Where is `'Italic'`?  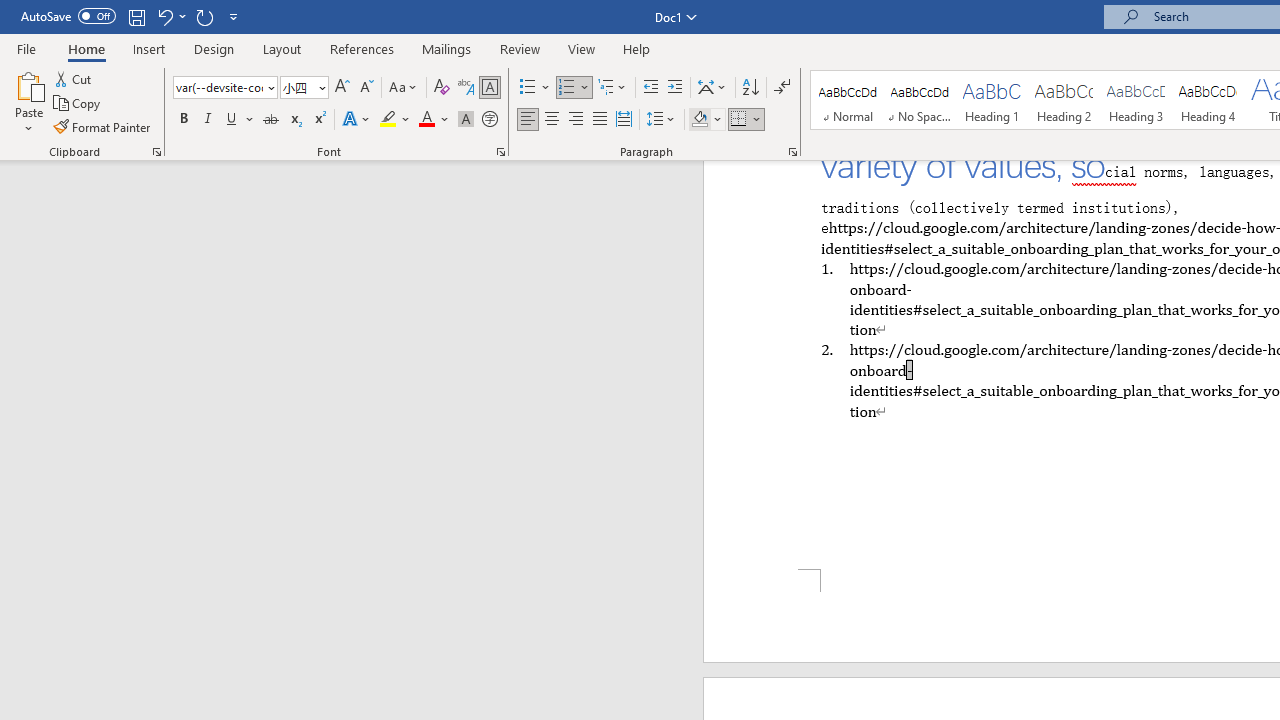 'Italic' is located at coordinates (208, 119).